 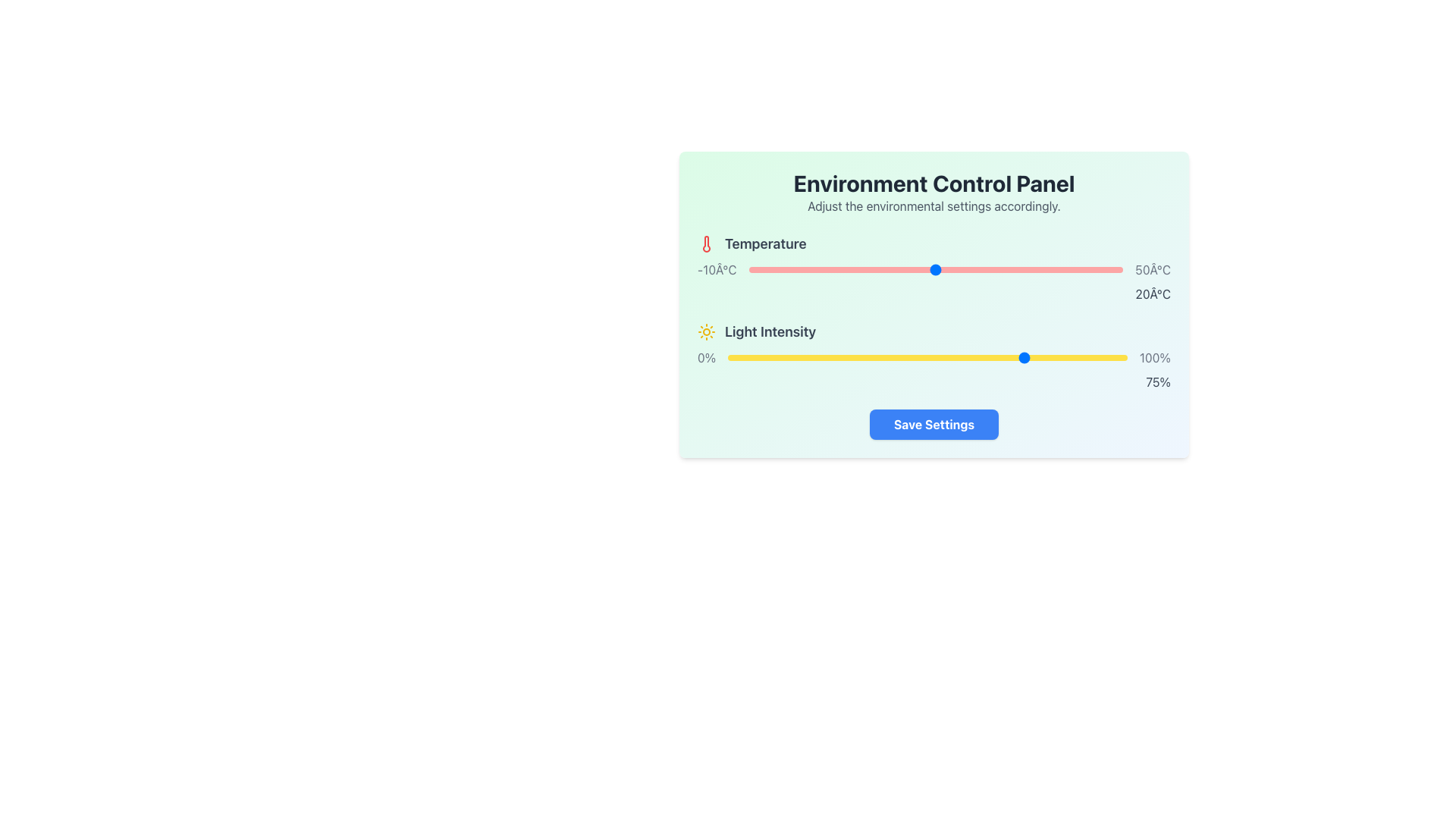 What do you see at coordinates (823, 357) in the screenshot?
I see `the light intensity` at bounding box center [823, 357].